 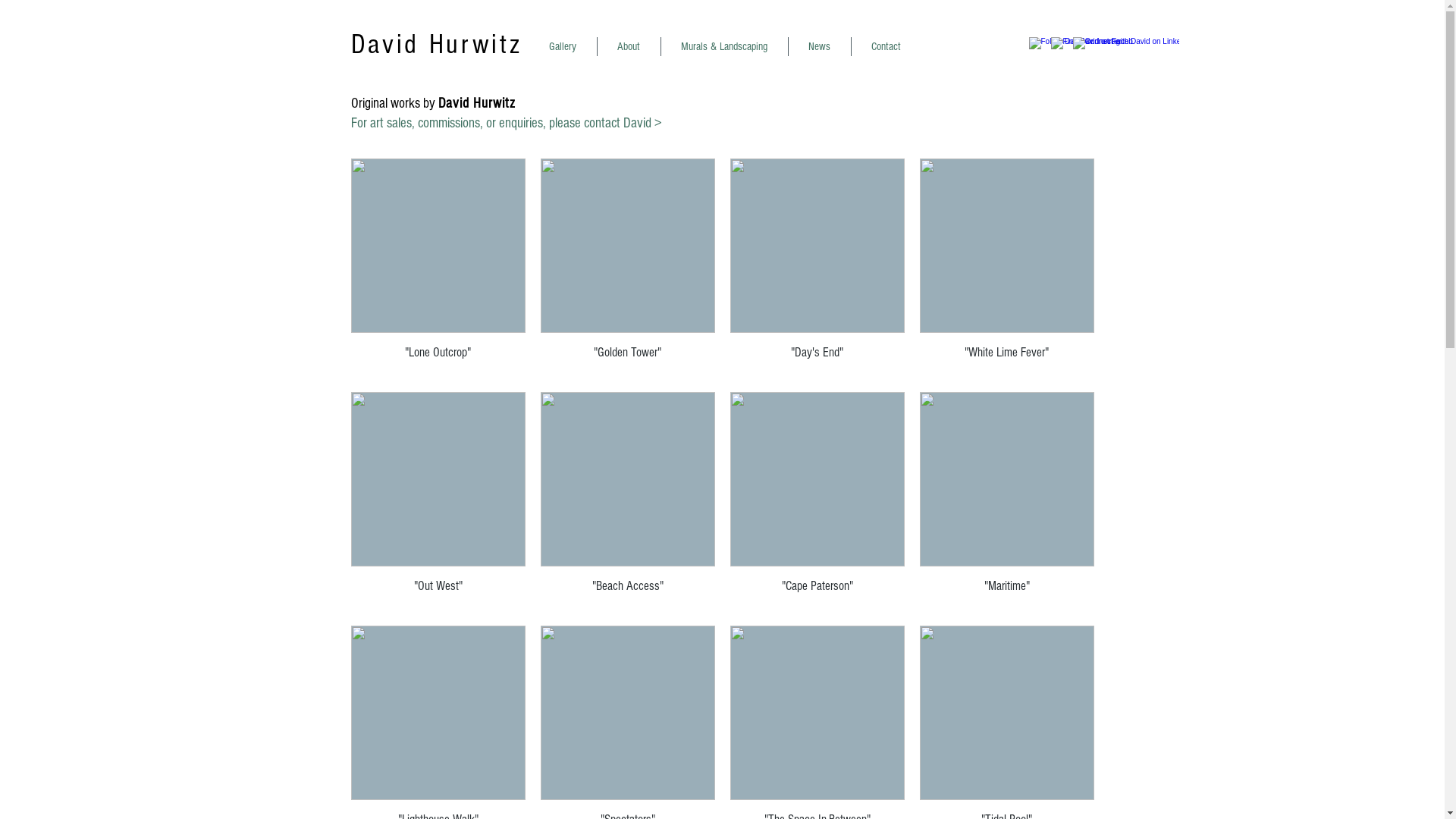 I want to click on 'Murals & Landscaping', so click(x=723, y=45).